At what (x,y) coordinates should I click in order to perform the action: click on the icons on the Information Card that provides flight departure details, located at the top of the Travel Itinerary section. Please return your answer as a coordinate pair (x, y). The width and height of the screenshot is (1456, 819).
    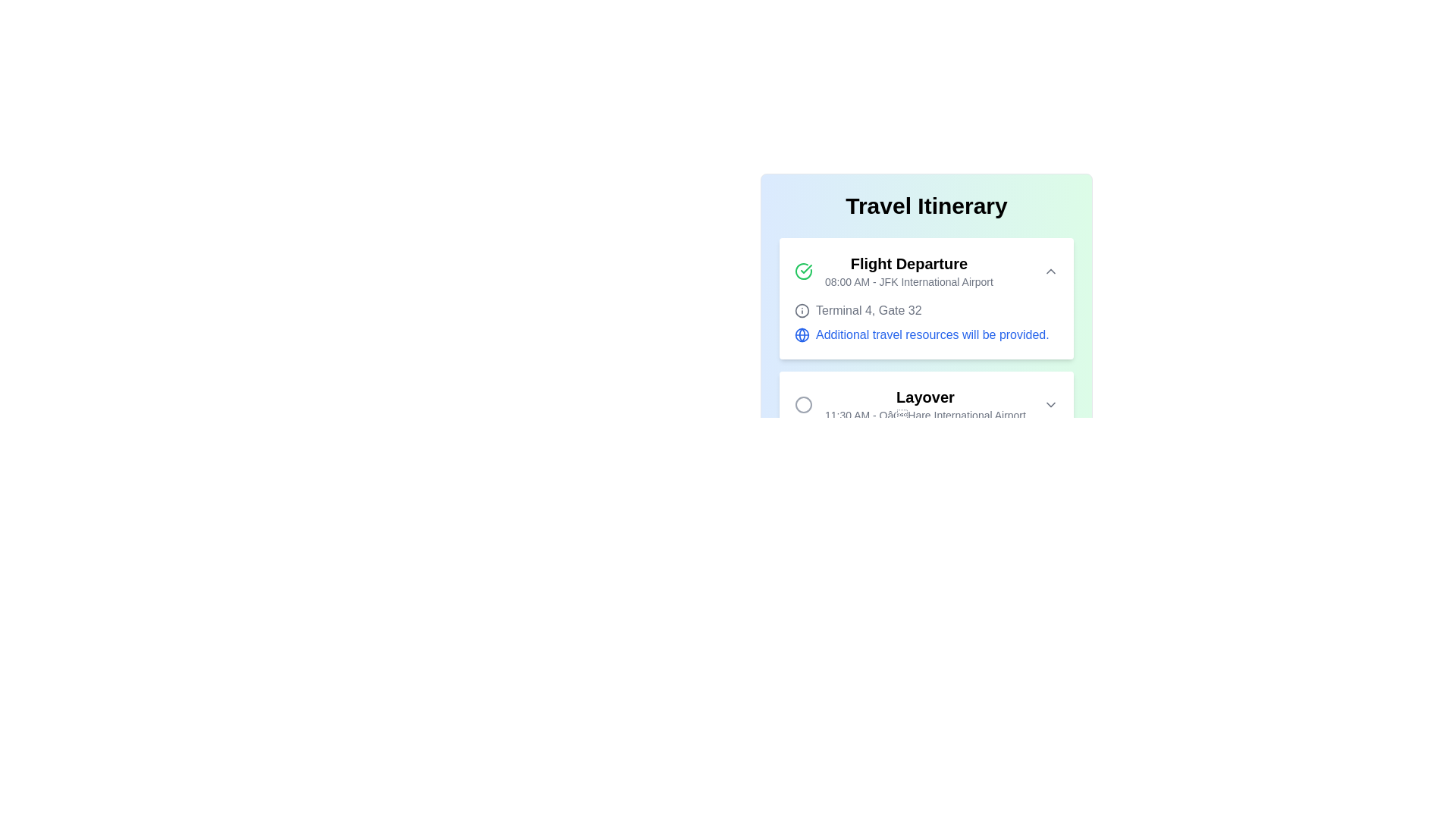
    Looking at the image, I should click on (926, 298).